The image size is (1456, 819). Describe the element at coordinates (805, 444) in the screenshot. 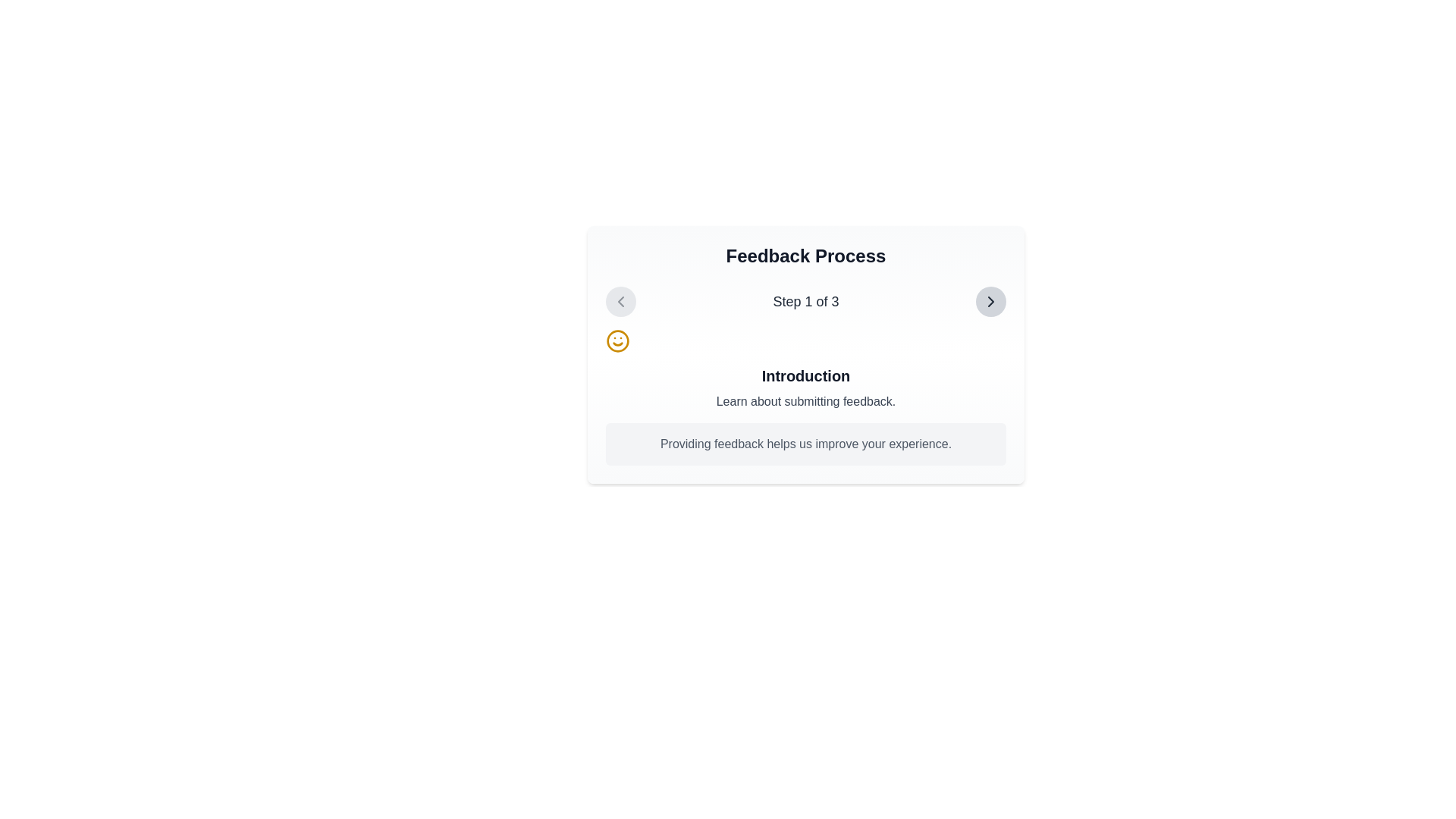

I see `the informational text located at the bottom of the rounded gray panel, which communicates the value of providing feedback` at that location.